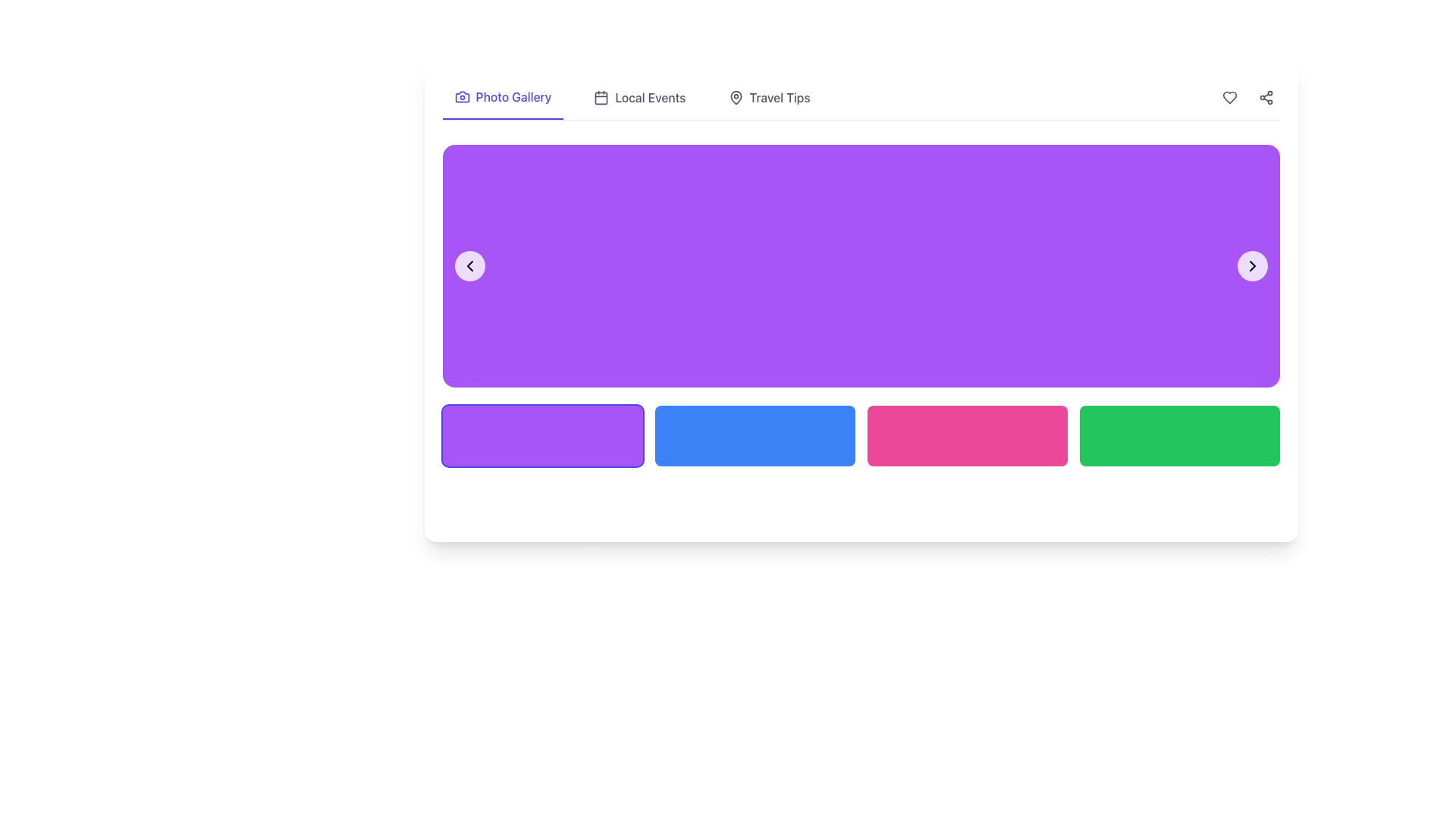 The image size is (1456, 819). I want to click on the 'Local Events' tab in the navigation menu, so click(639, 97).